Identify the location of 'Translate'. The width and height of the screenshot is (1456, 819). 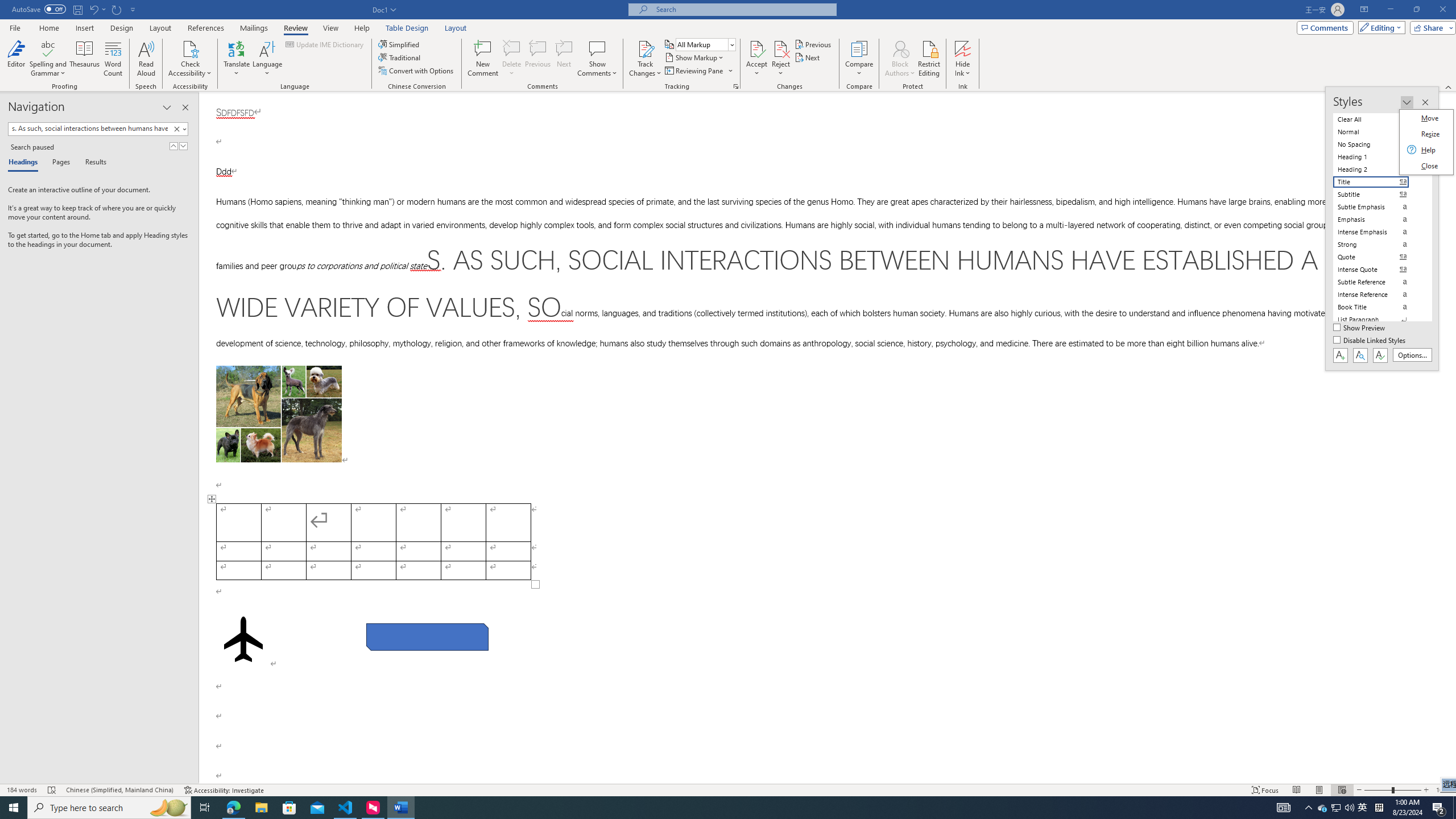
(237, 59).